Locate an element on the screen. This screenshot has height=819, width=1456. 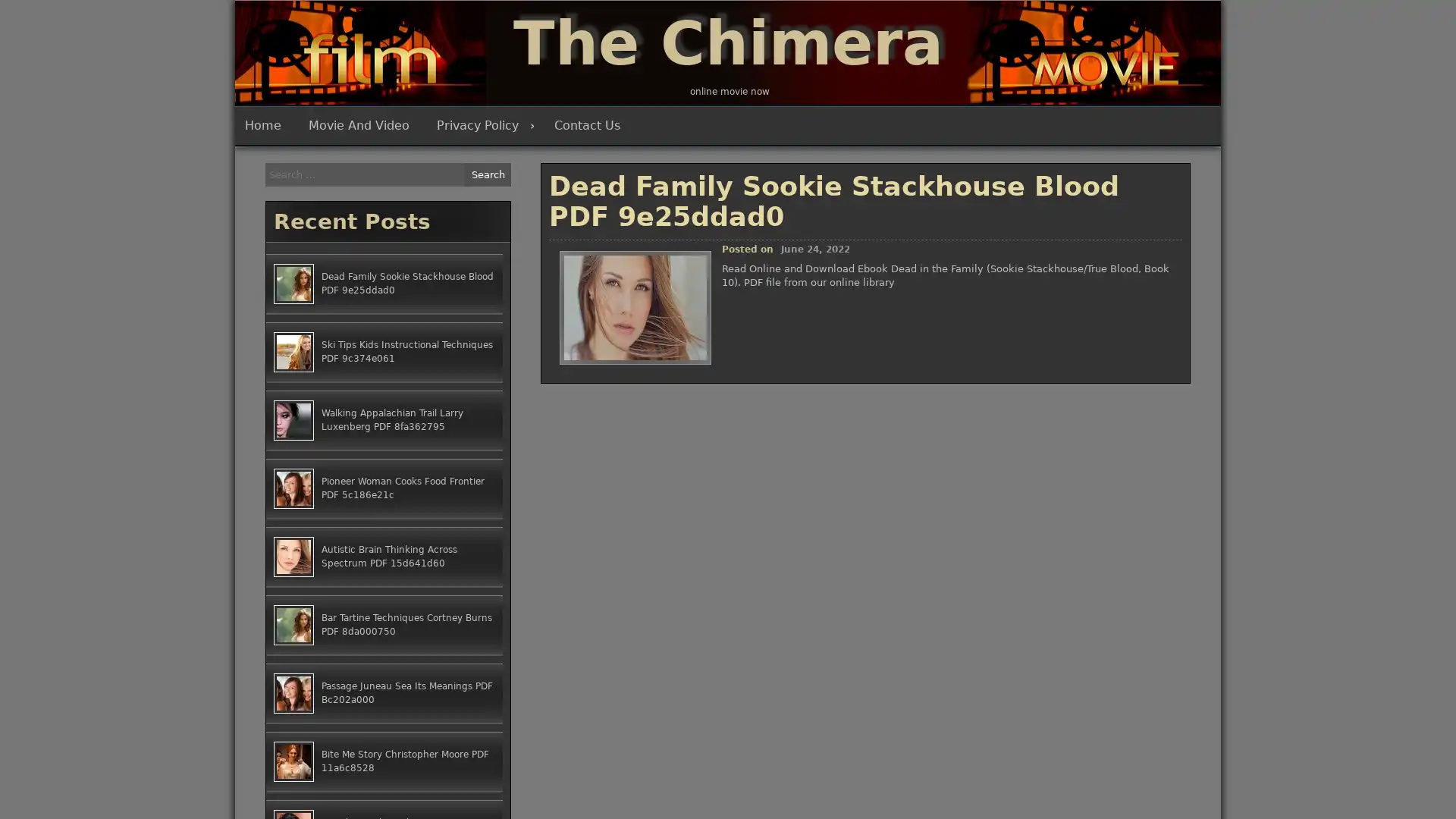
Search is located at coordinates (488, 174).